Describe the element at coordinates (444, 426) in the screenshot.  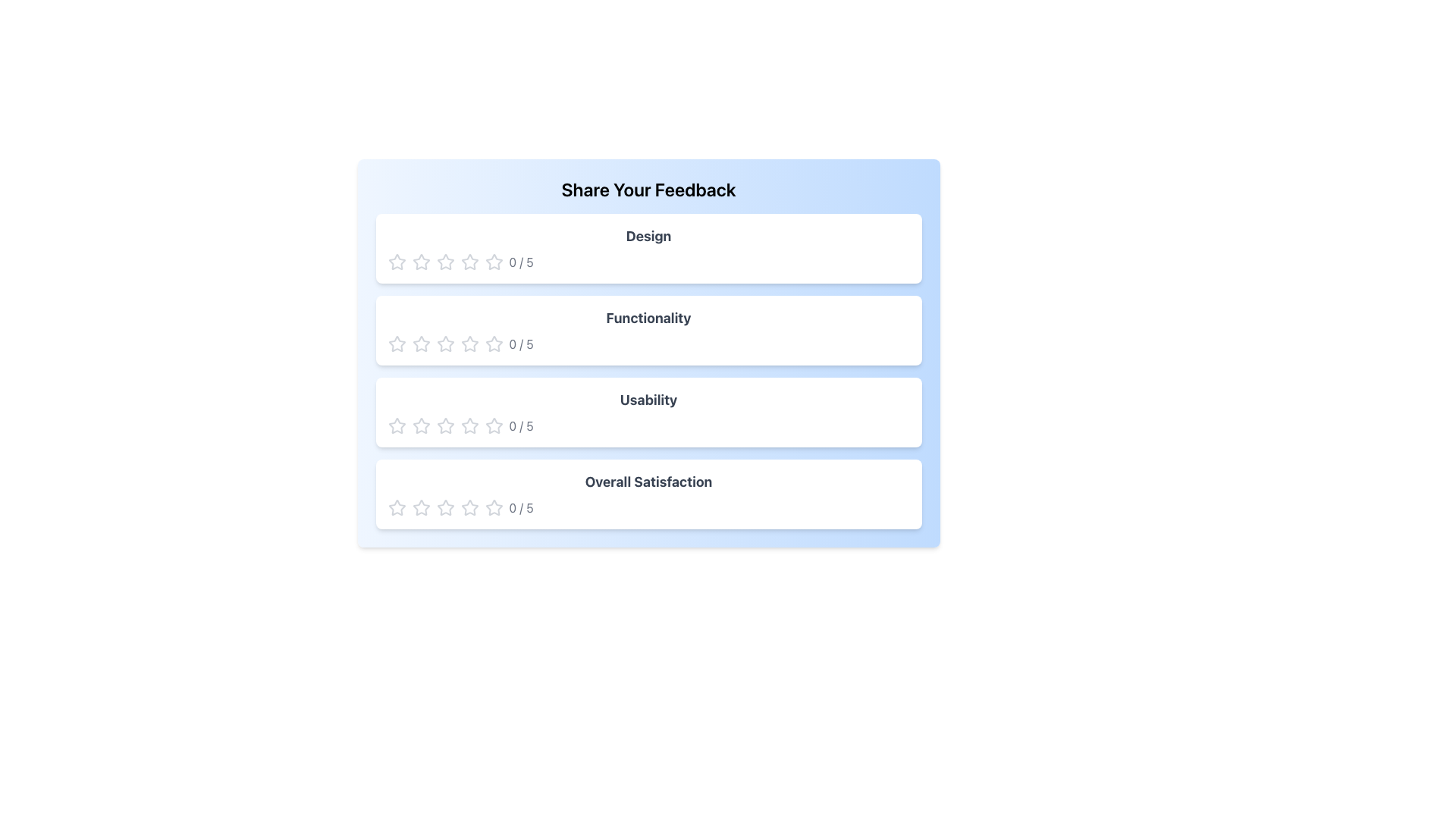
I see `the third star in the 'Usability' feedback section` at that location.